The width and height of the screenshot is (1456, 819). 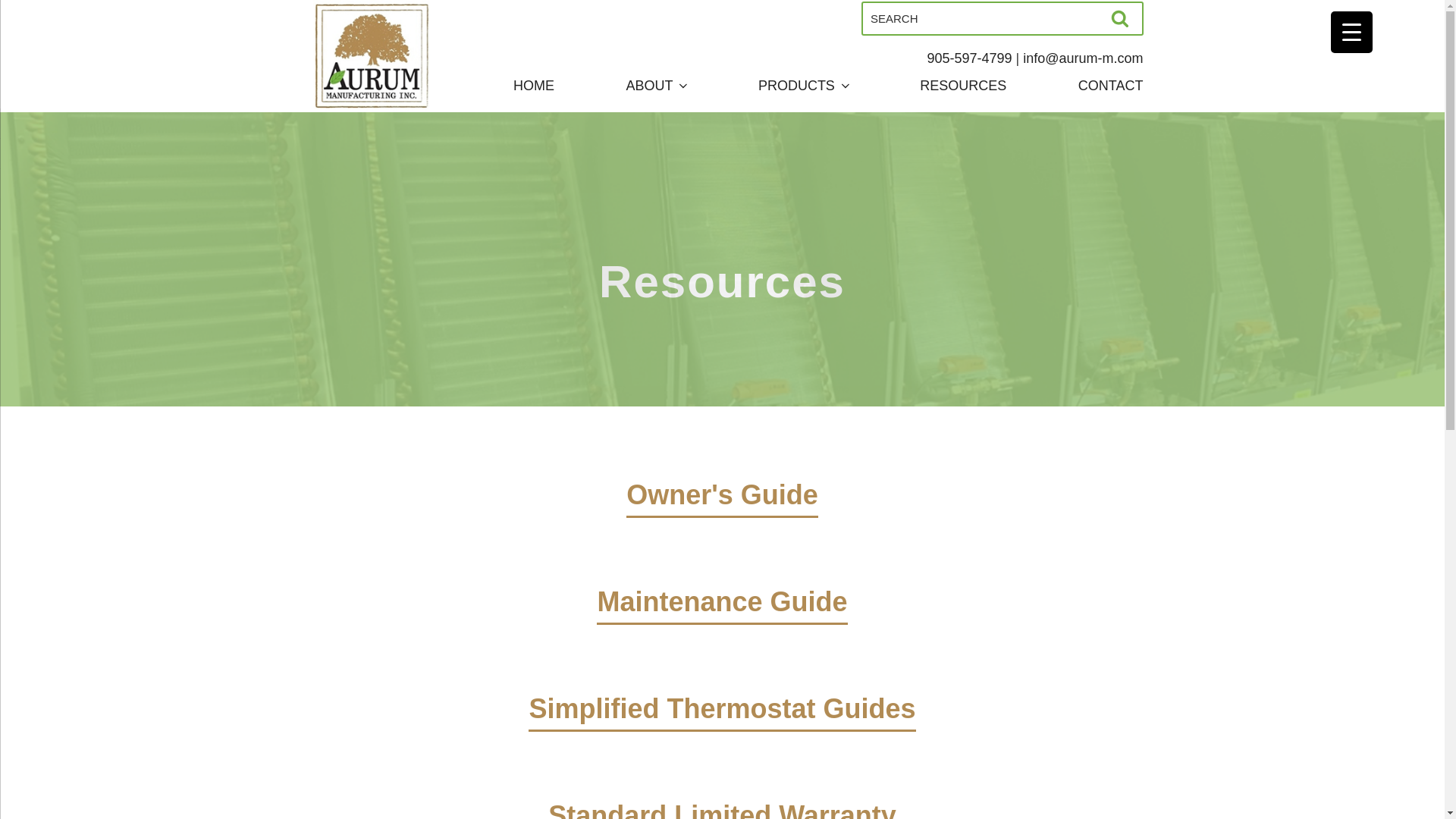 What do you see at coordinates (720, 730) in the screenshot?
I see `'Simplified Thermostat Guides'` at bounding box center [720, 730].